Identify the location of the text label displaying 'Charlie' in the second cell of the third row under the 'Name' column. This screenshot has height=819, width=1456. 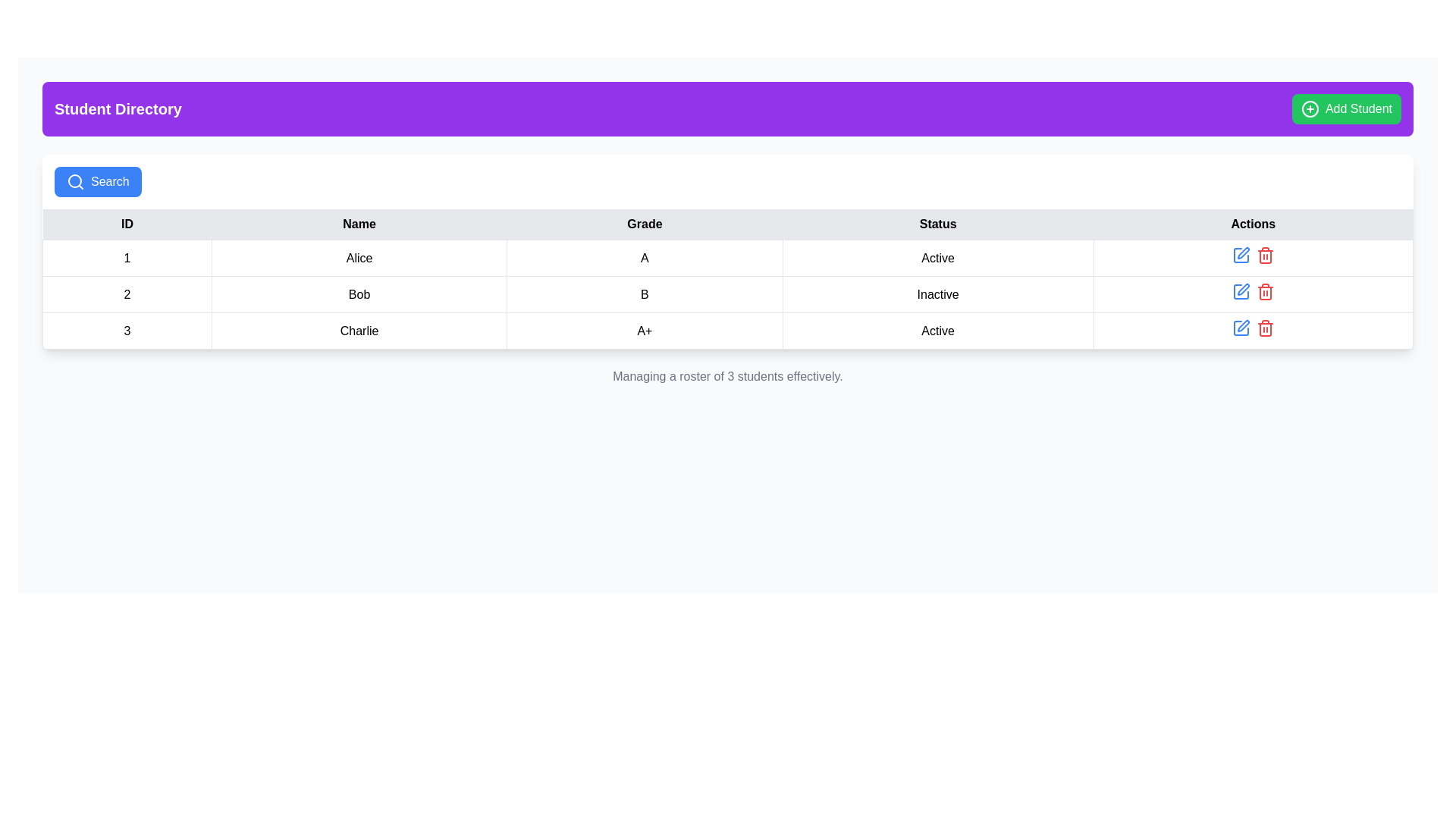
(359, 330).